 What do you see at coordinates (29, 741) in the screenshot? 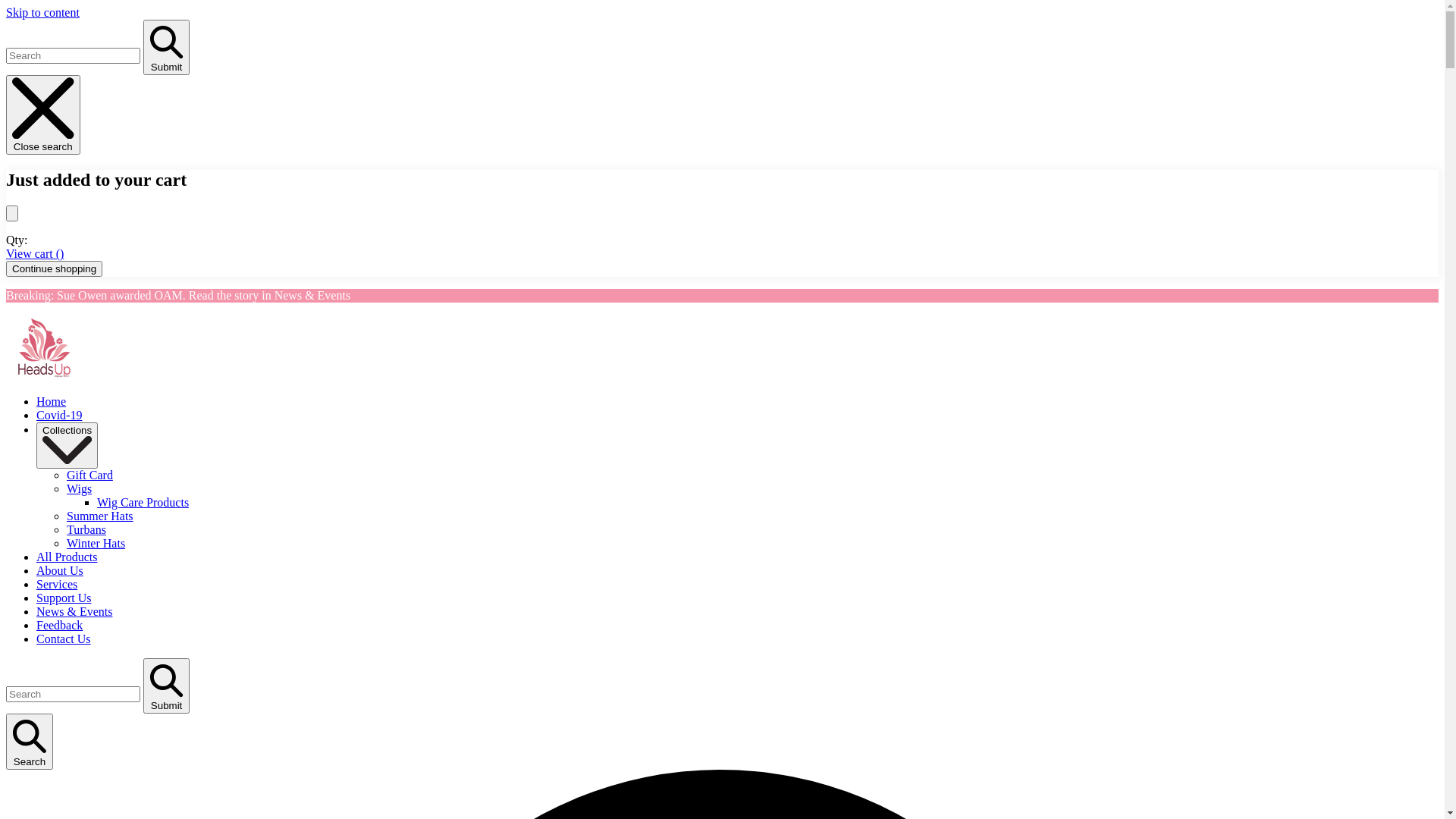
I see `'Search'` at bounding box center [29, 741].